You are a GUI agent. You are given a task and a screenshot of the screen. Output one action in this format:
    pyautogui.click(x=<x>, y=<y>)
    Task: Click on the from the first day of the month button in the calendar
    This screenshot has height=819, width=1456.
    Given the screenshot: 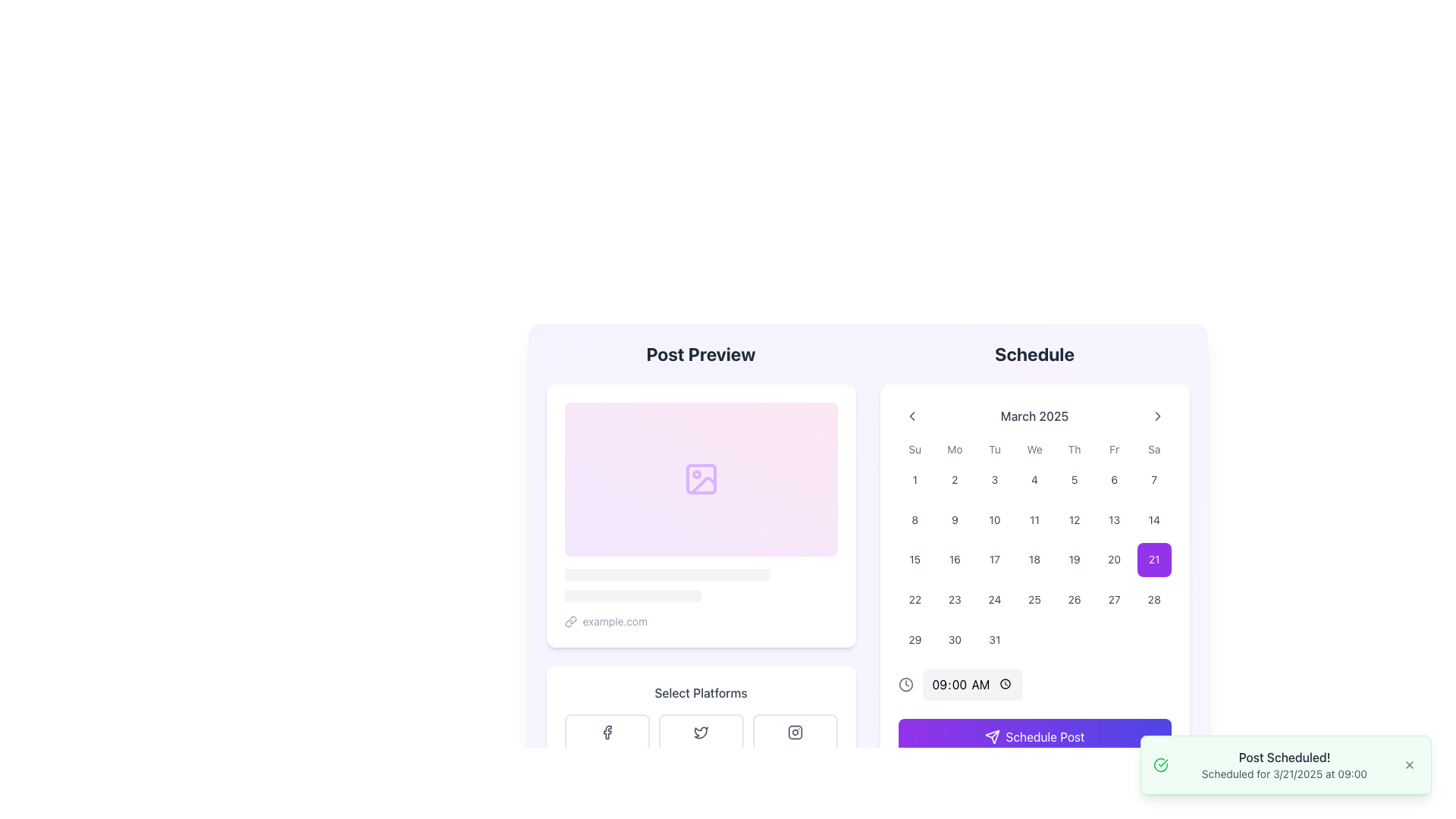 What is the action you would take?
    pyautogui.click(x=914, y=480)
    